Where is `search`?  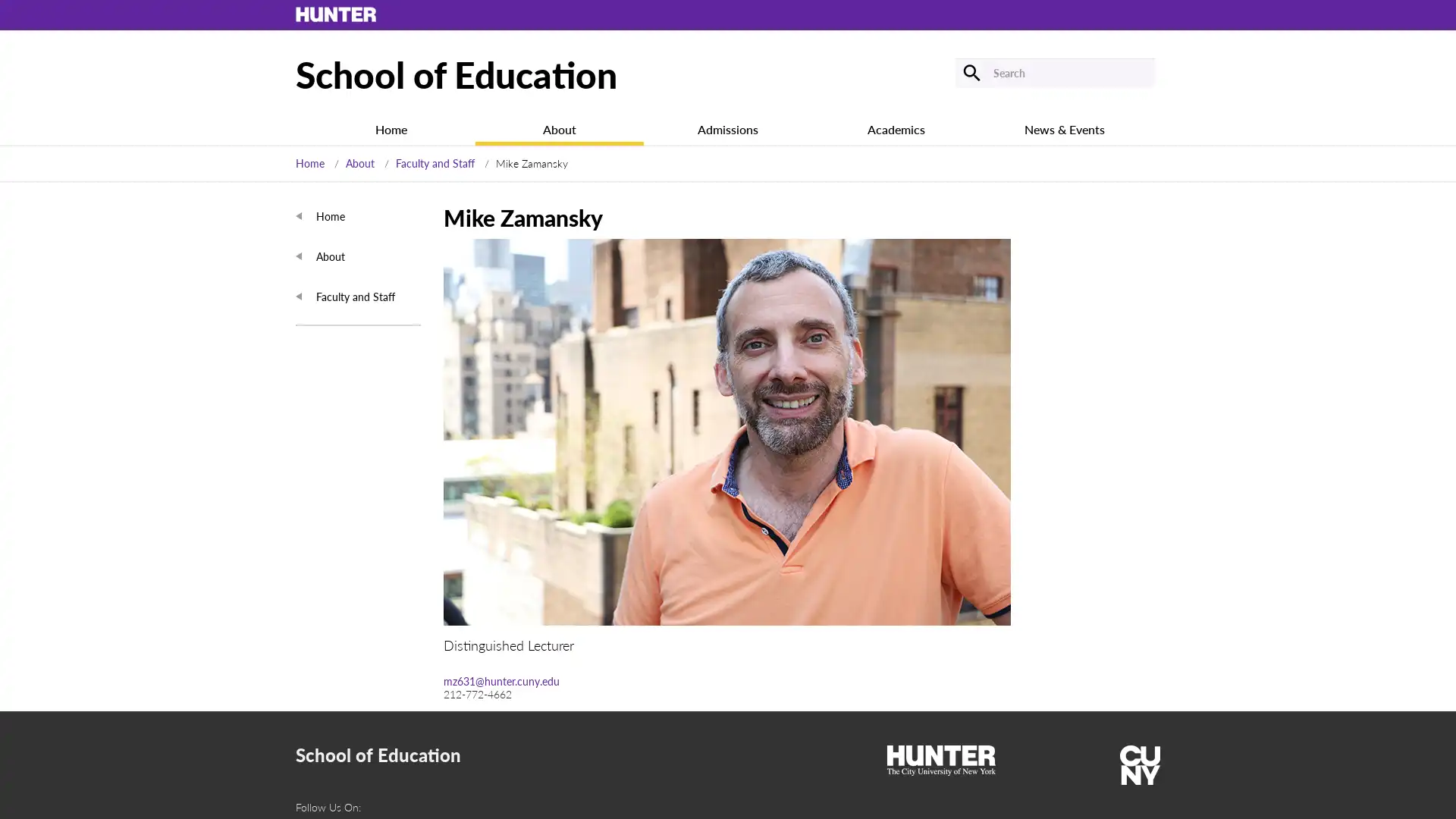 search is located at coordinates (971, 72).